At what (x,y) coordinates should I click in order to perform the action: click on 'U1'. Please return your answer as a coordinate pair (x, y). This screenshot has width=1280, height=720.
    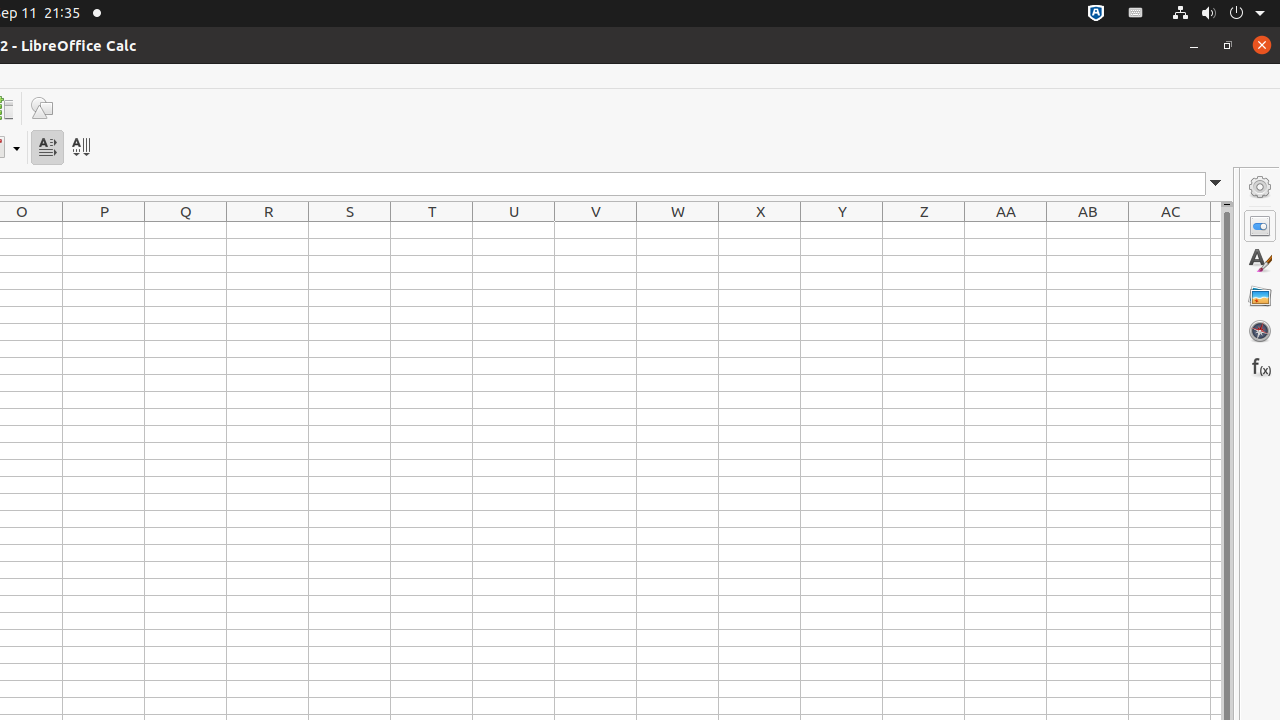
    Looking at the image, I should click on (514, 229).